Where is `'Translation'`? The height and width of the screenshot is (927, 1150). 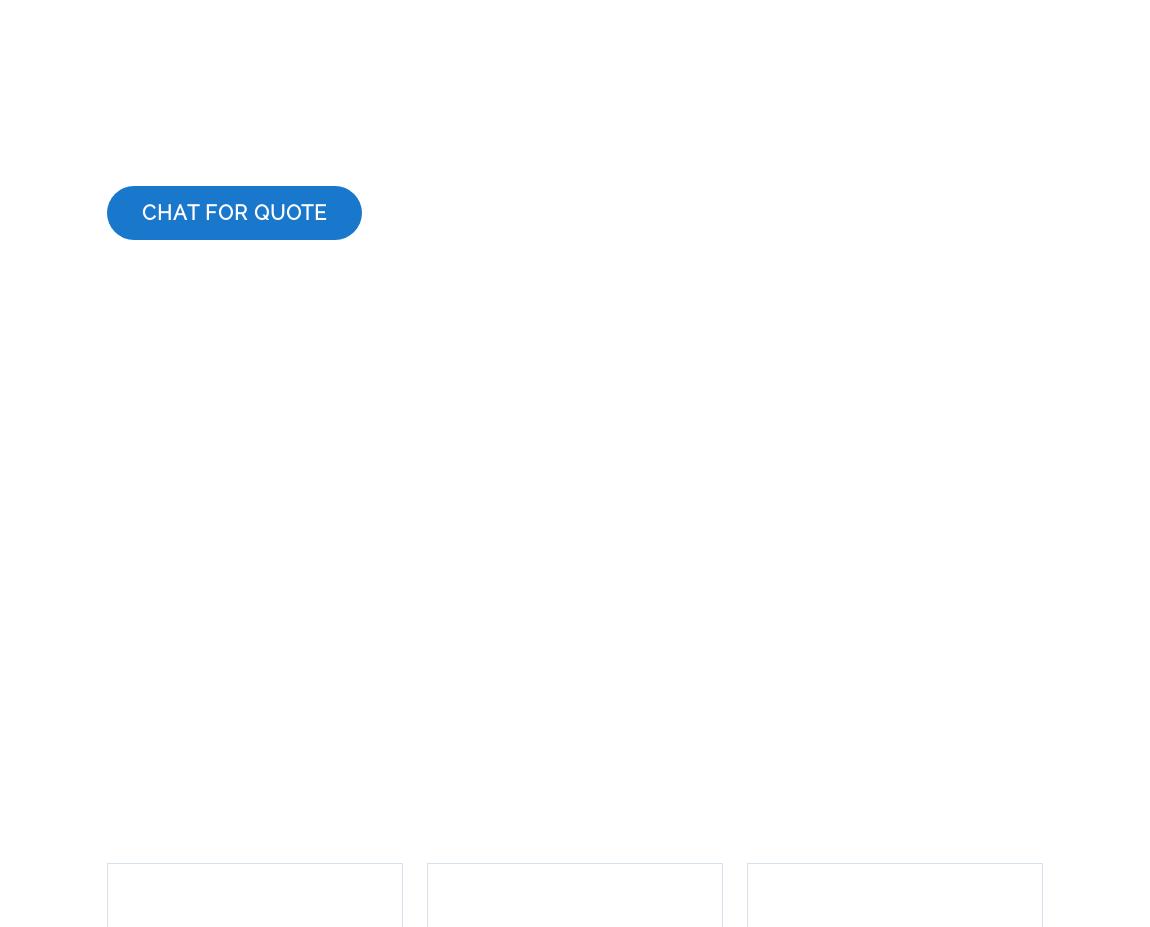
'Translation' is located at coordinates (125, 768).